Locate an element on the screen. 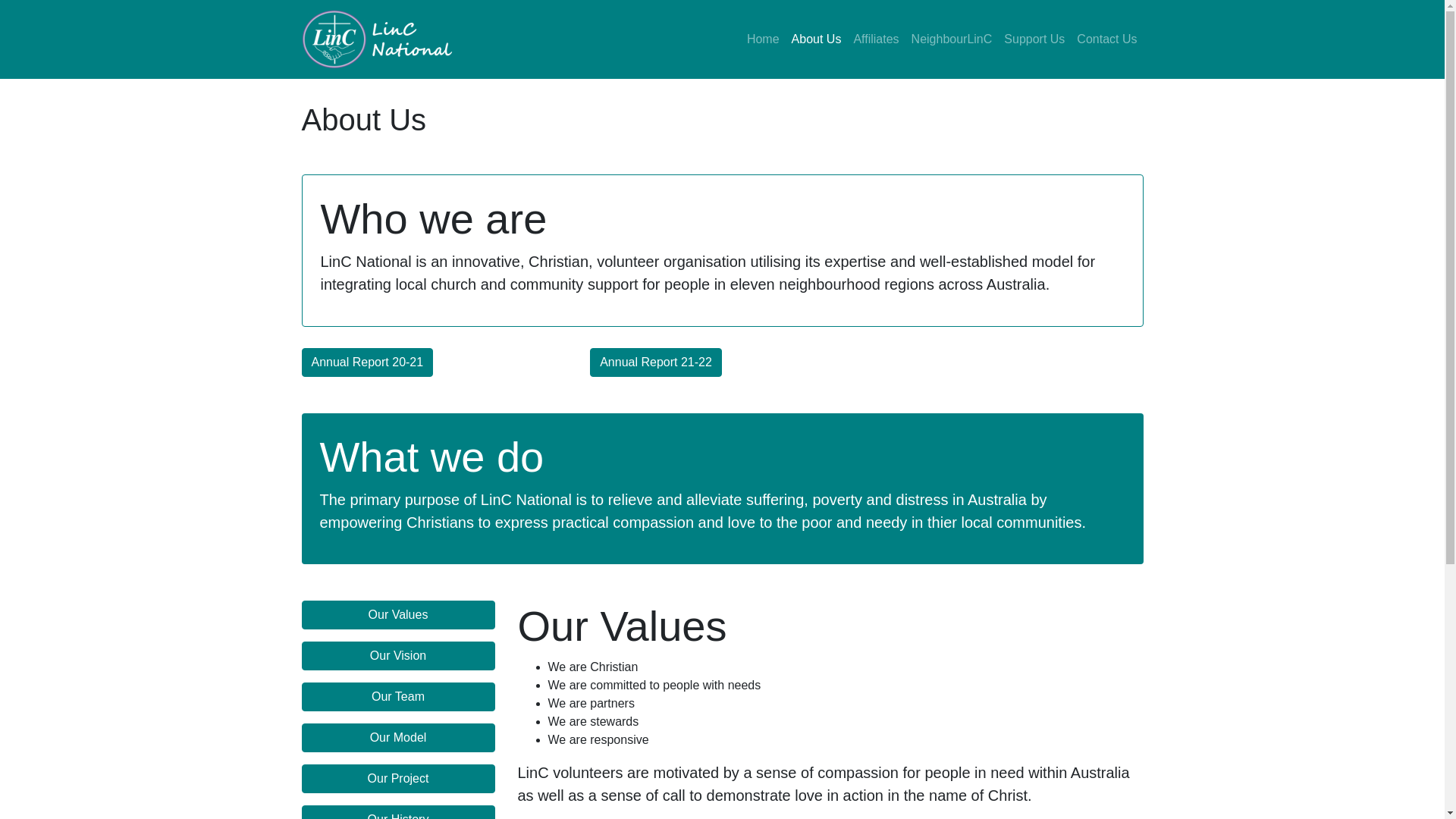 Image resolution: width=1456 pixels, height=819 pixels. 'Affiliates' is located at coordinates (846, 38).